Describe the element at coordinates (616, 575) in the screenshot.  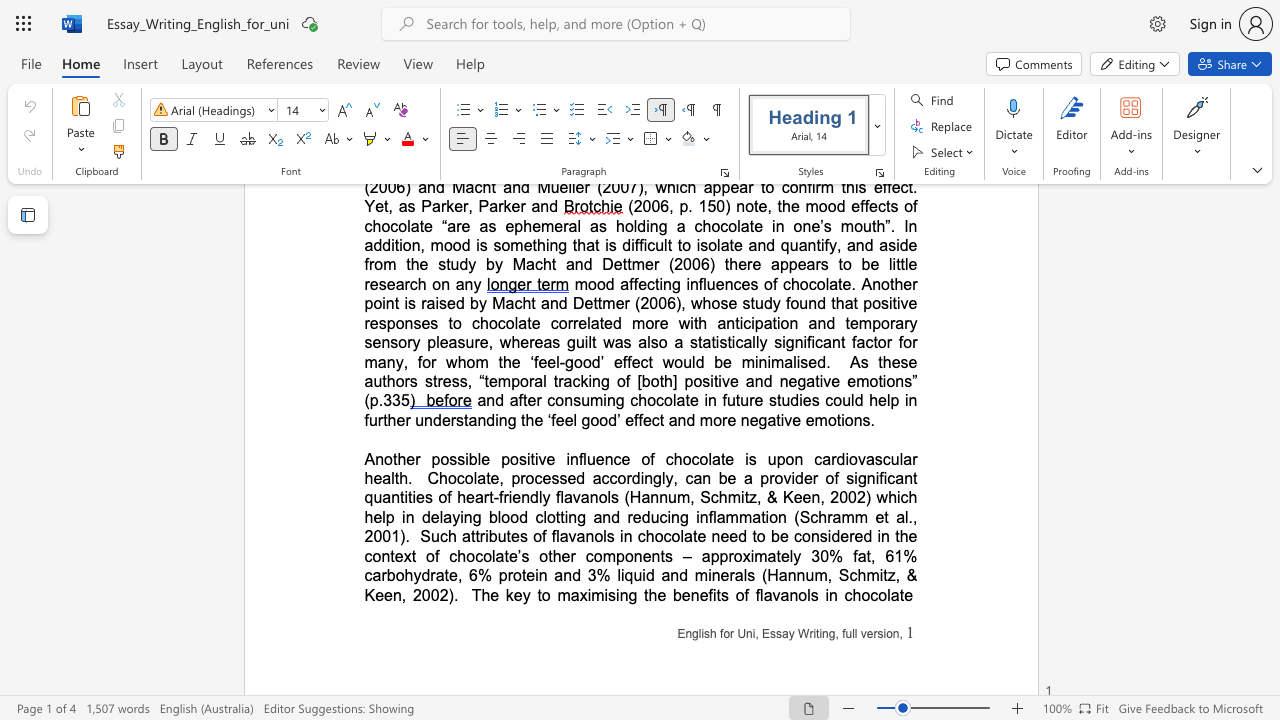
I see `the subset text "liquid and" within the text "Such attributes of flavanols in chocolate need to be considered in the context of chocolate’s other components – approximately 30% fat, 61% carbohydrate, 6% protein and 3% liquid and minerals (Hannum, Schmitz, & Keen, 2002)"` at that location.